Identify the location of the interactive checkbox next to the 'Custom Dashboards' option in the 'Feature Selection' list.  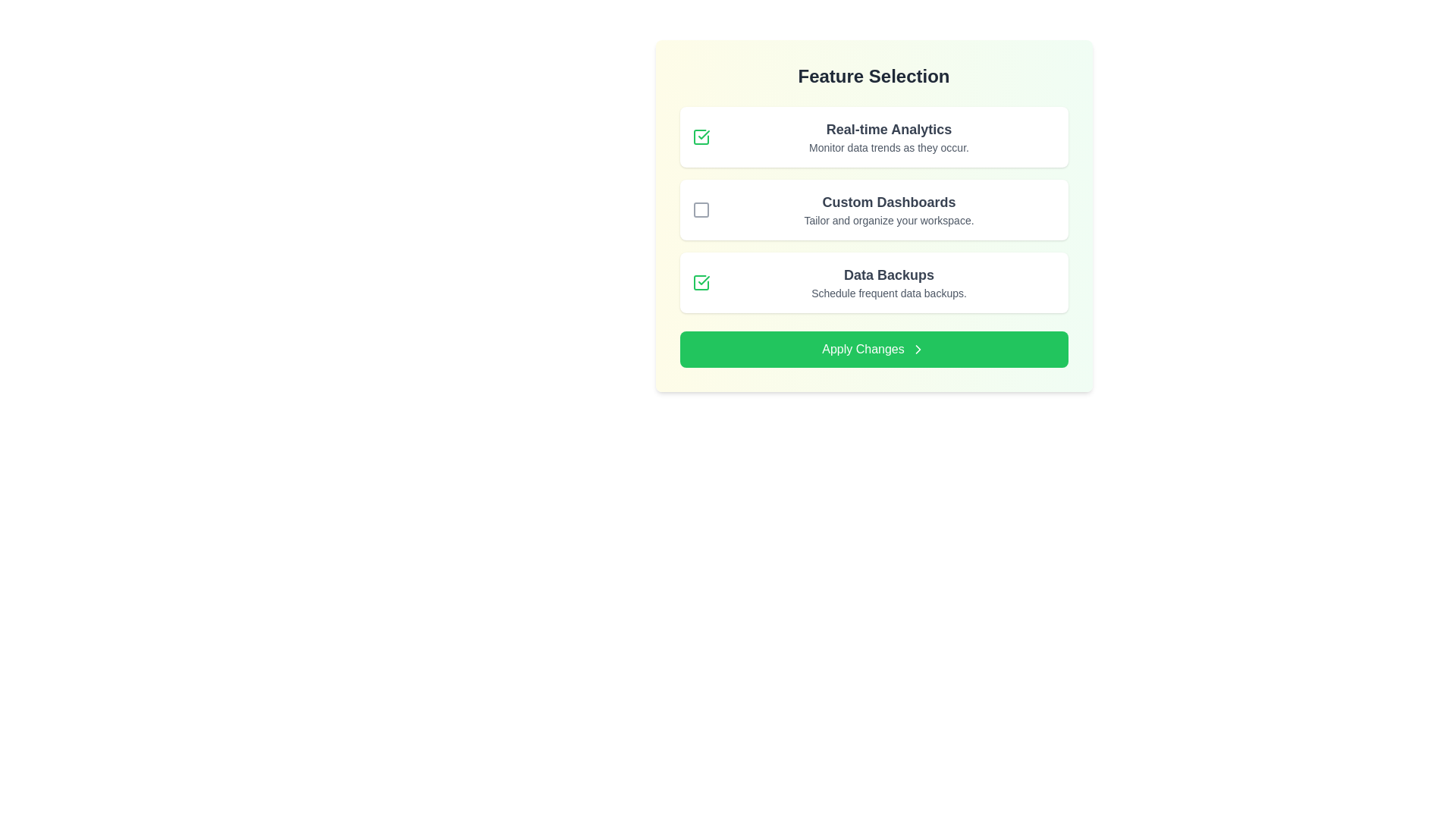
(700, 210).